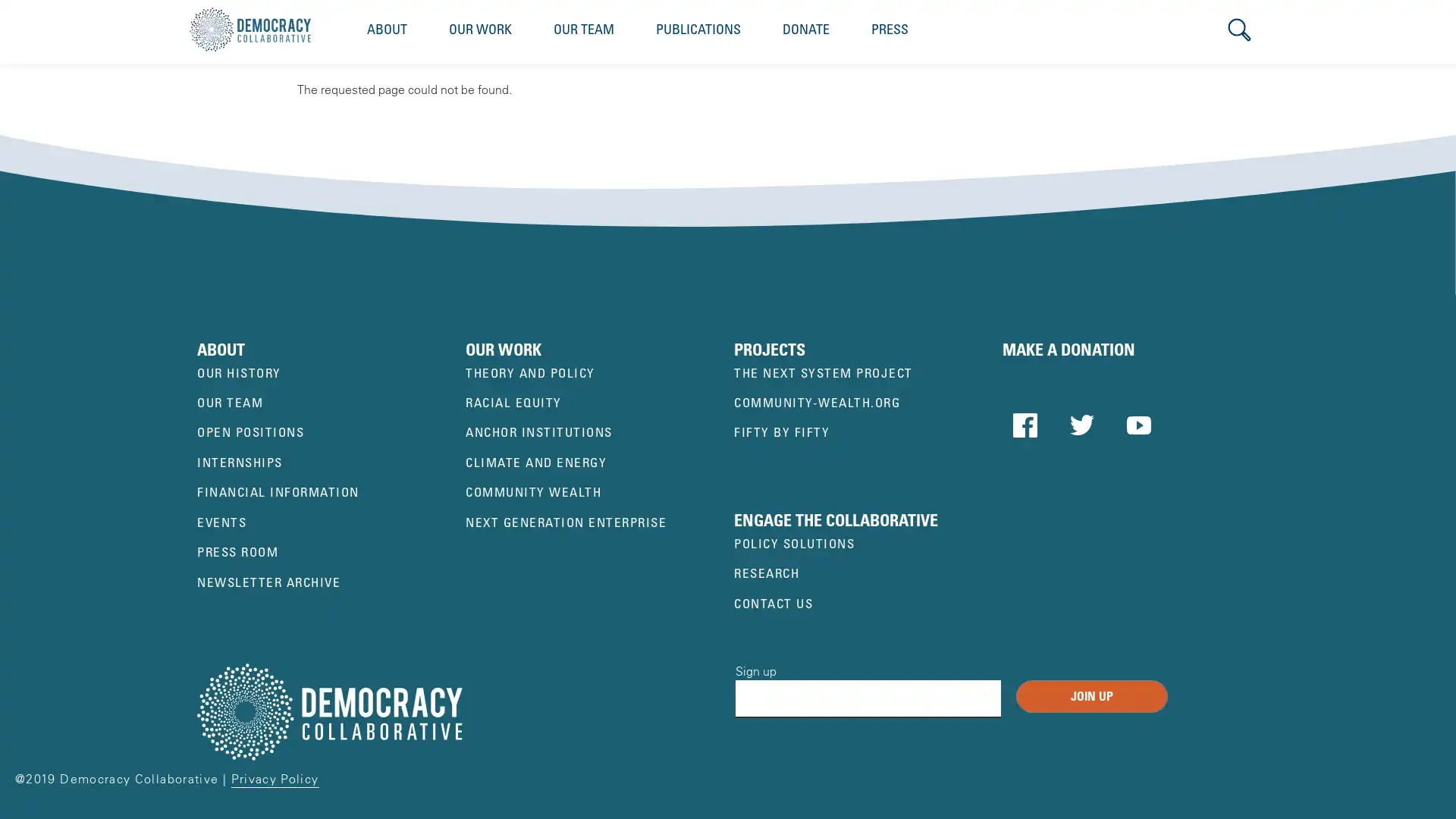 This screenshot has height=819, width=1456. I want to click on Join up, so click(1092, 696).